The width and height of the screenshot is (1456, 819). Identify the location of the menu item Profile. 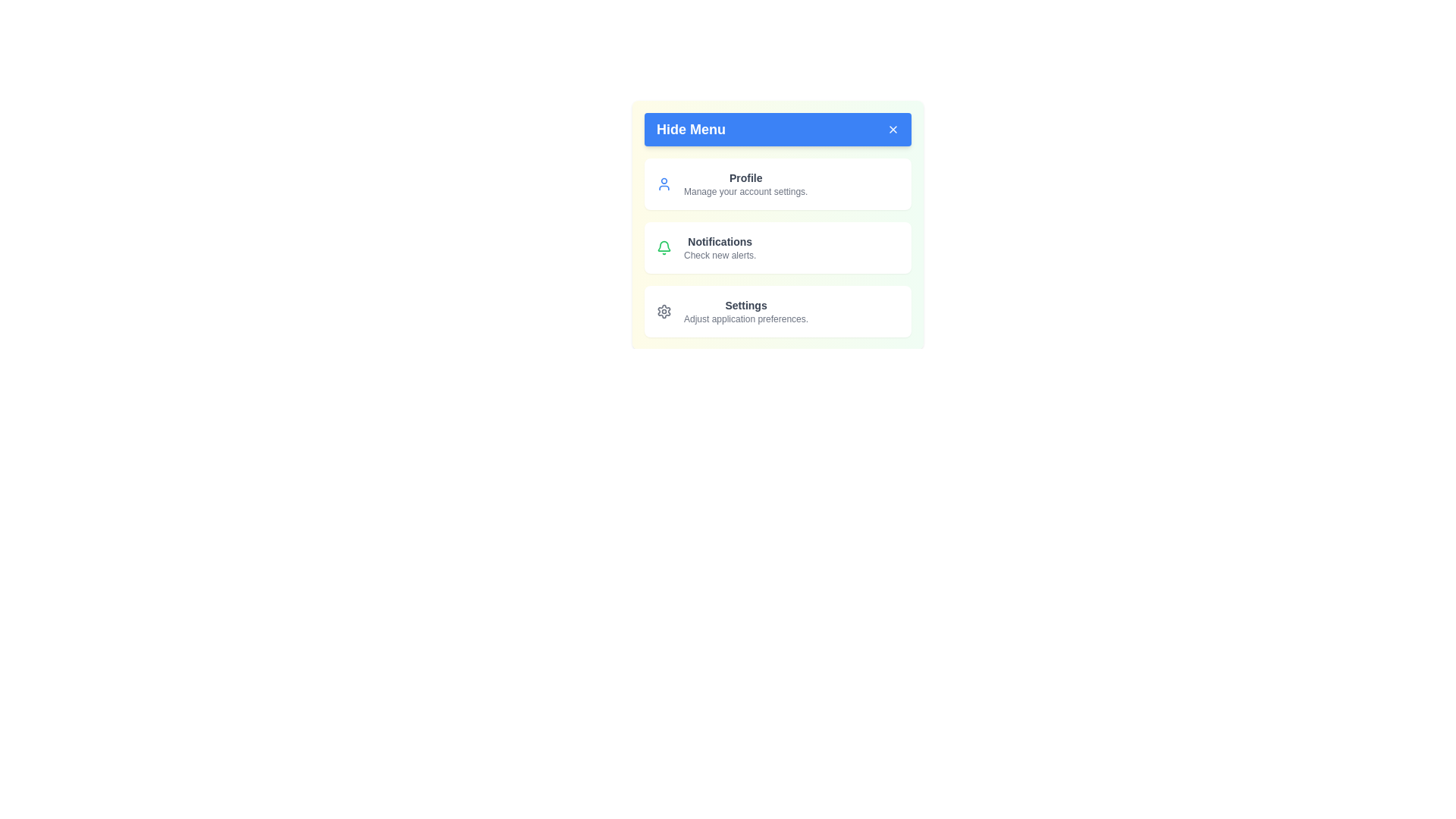
(778, 184).